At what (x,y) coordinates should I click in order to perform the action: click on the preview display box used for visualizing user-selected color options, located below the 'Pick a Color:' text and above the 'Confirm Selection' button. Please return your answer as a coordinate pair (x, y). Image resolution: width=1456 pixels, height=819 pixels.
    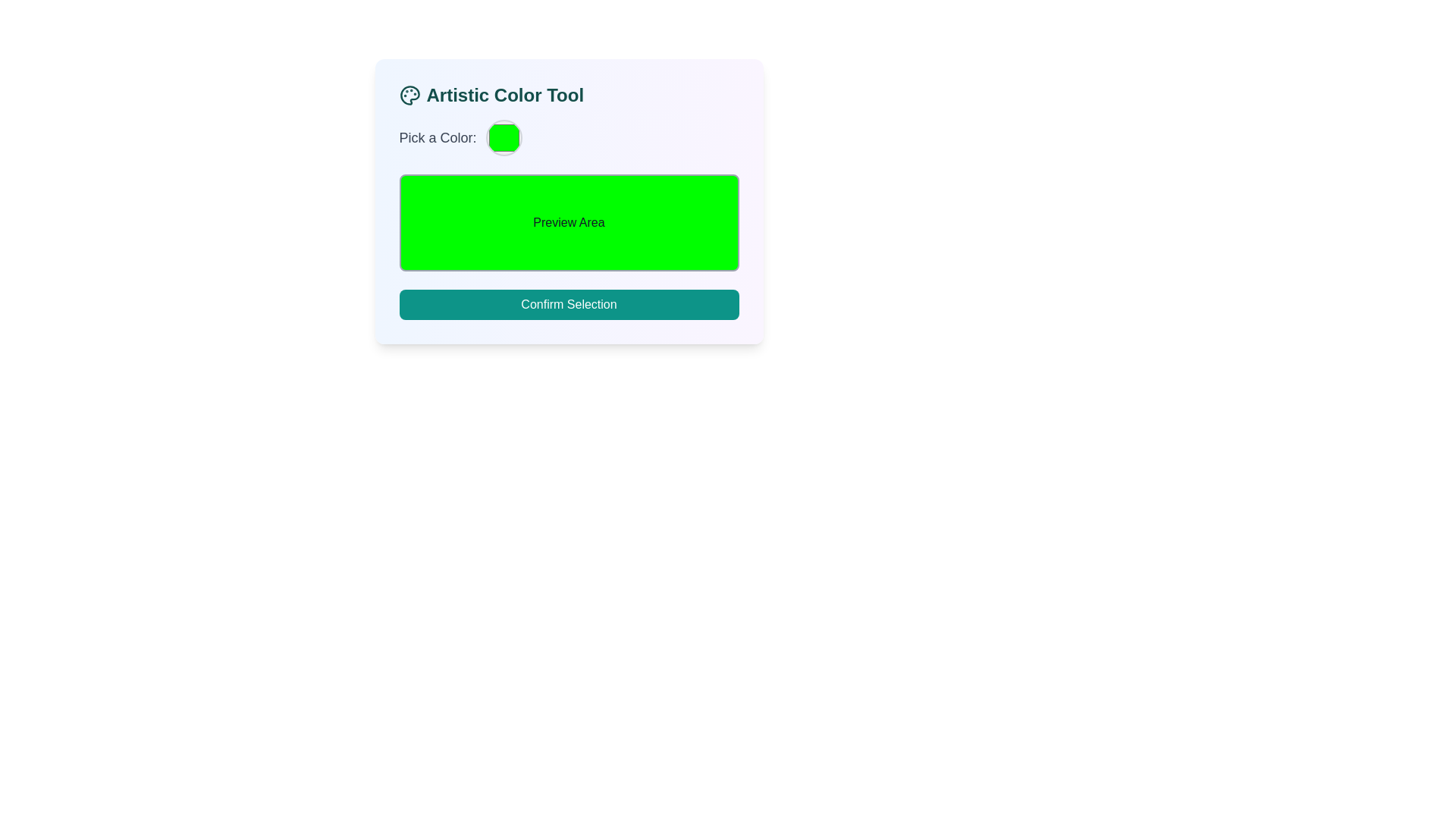
    Looking at the image, I should click on (568, 222).